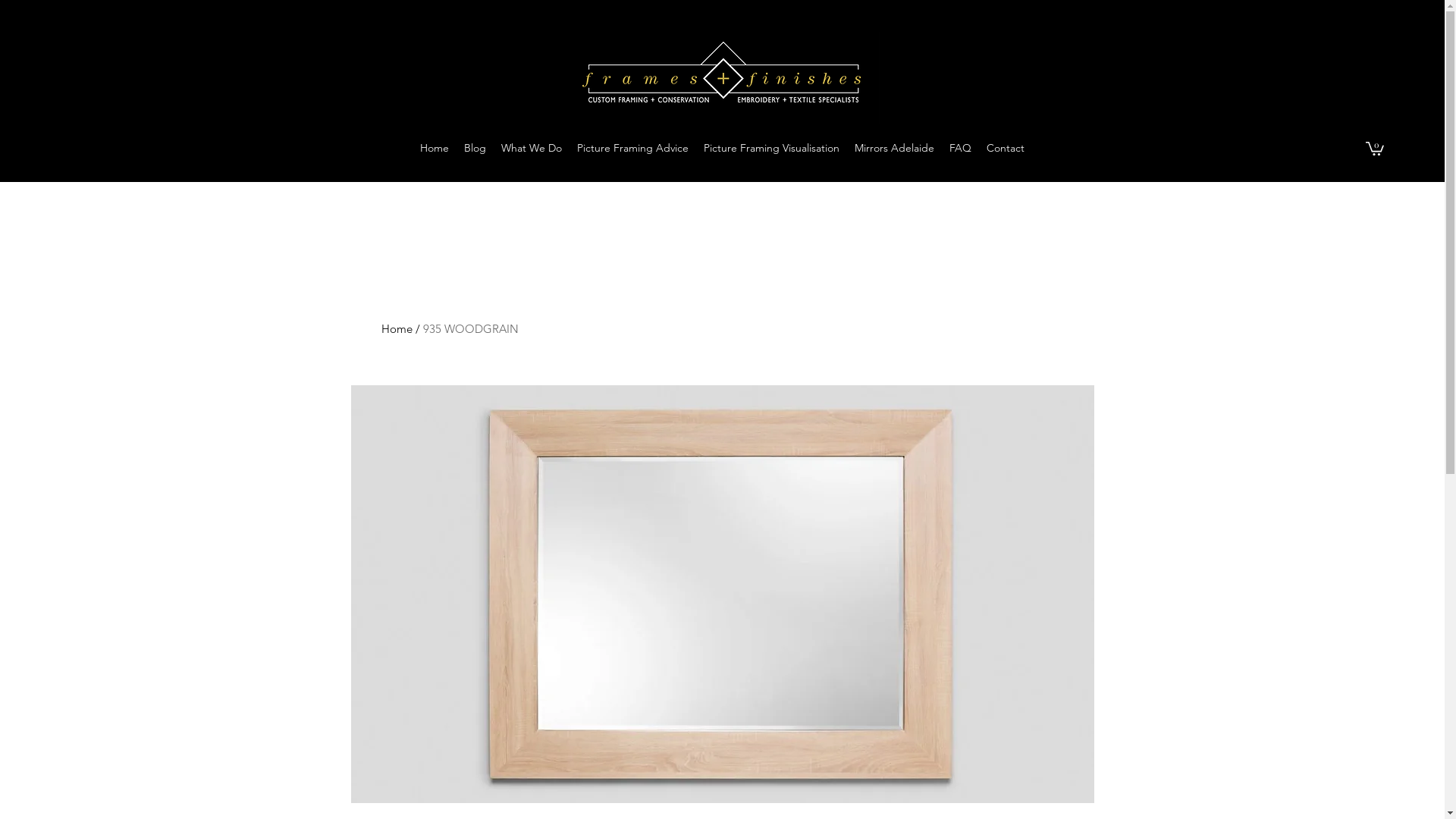 This screenshot has height=819, width=1456. What do you see at coordinates (455, 148) in the screenshot?
I see `'Blog'` at bounding box center [455, 148].